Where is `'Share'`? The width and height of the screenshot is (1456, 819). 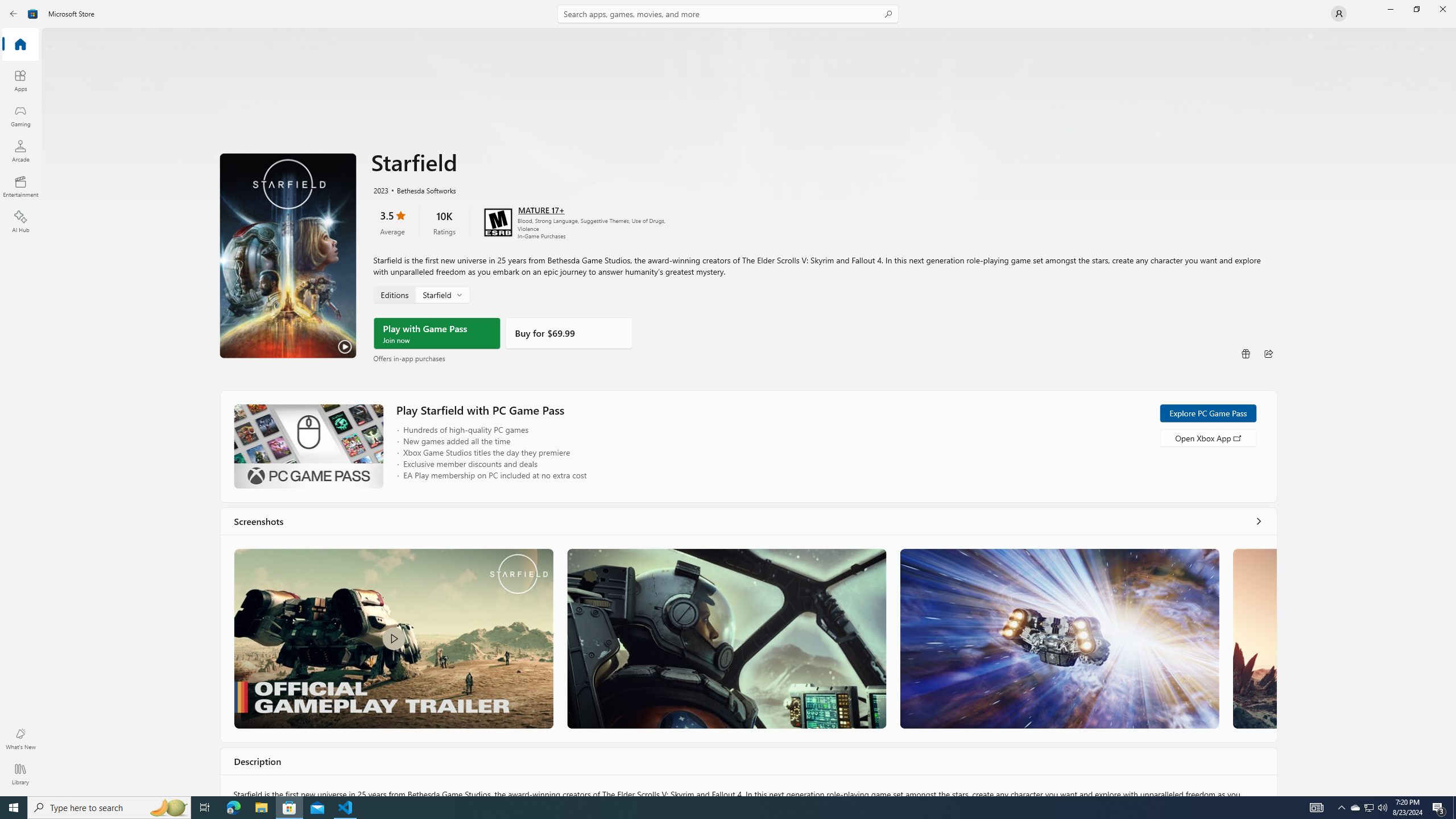 'Share' is located at coordinates (1268, 353).